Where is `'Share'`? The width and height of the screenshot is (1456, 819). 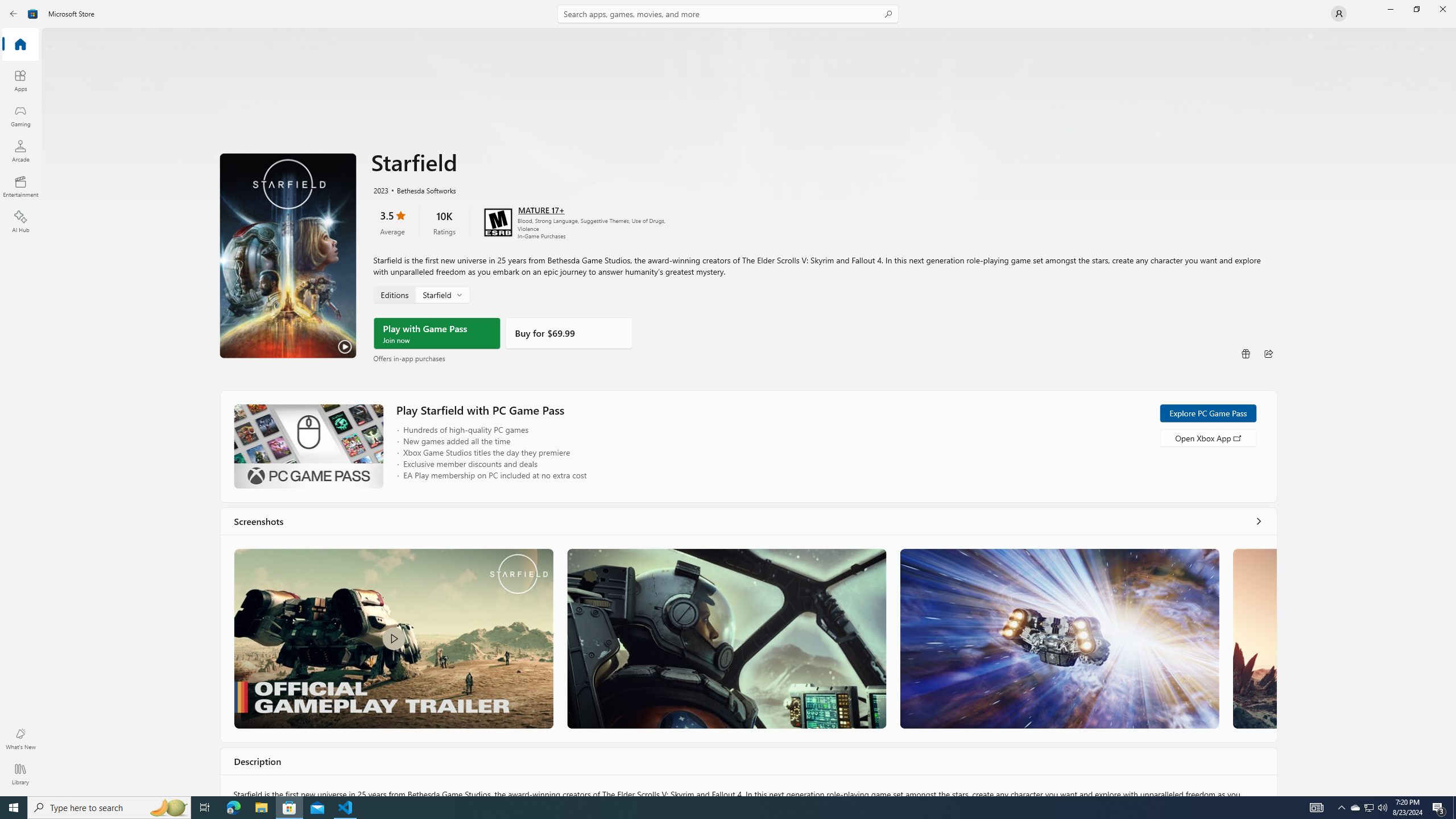 'Share' is located at coordinates (1268, 353).